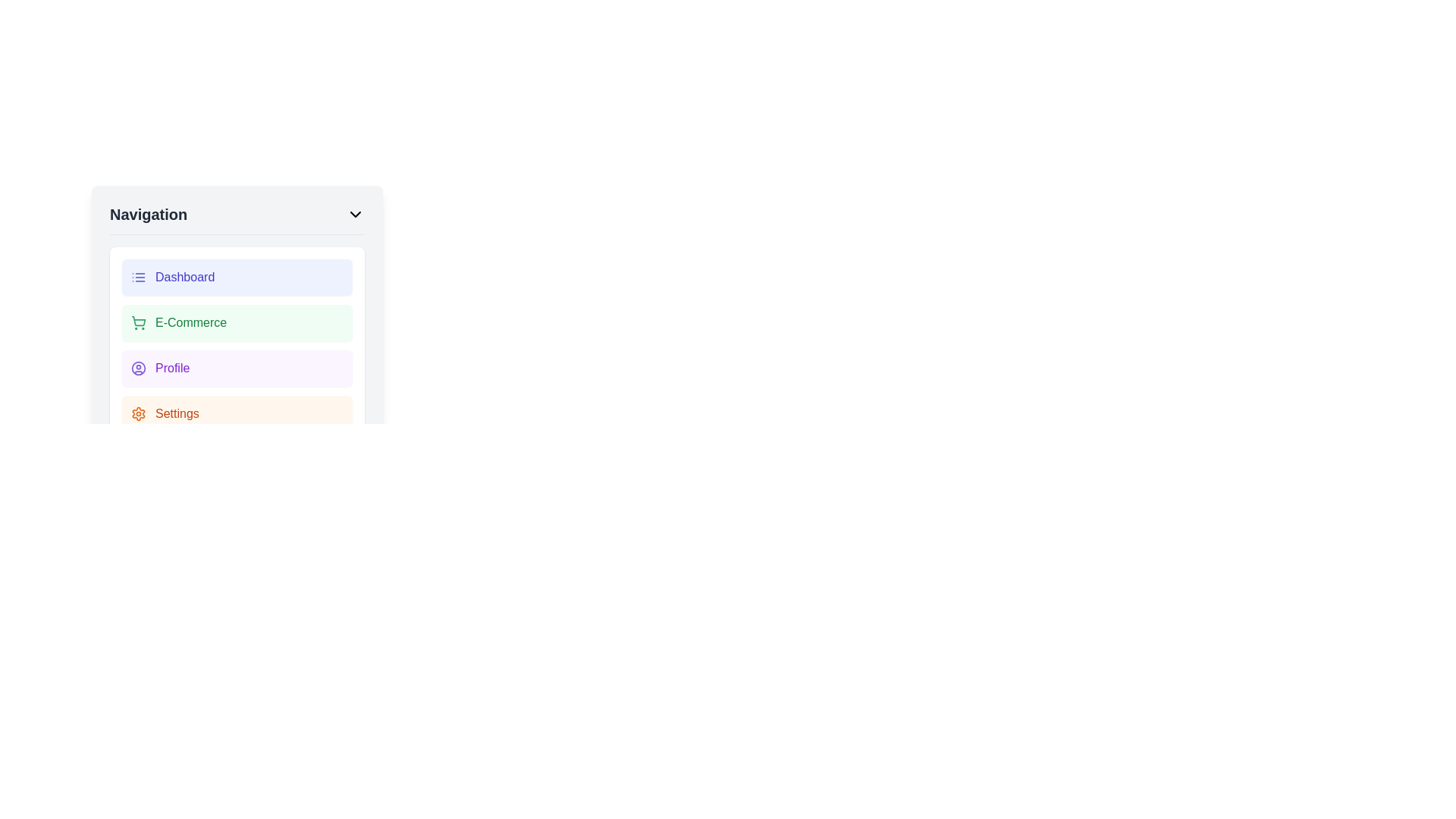  Describe the element at coordinates (138, 414) in the screenshot. I see `the gear/settings icon in the vertical navigation menu` at that location.